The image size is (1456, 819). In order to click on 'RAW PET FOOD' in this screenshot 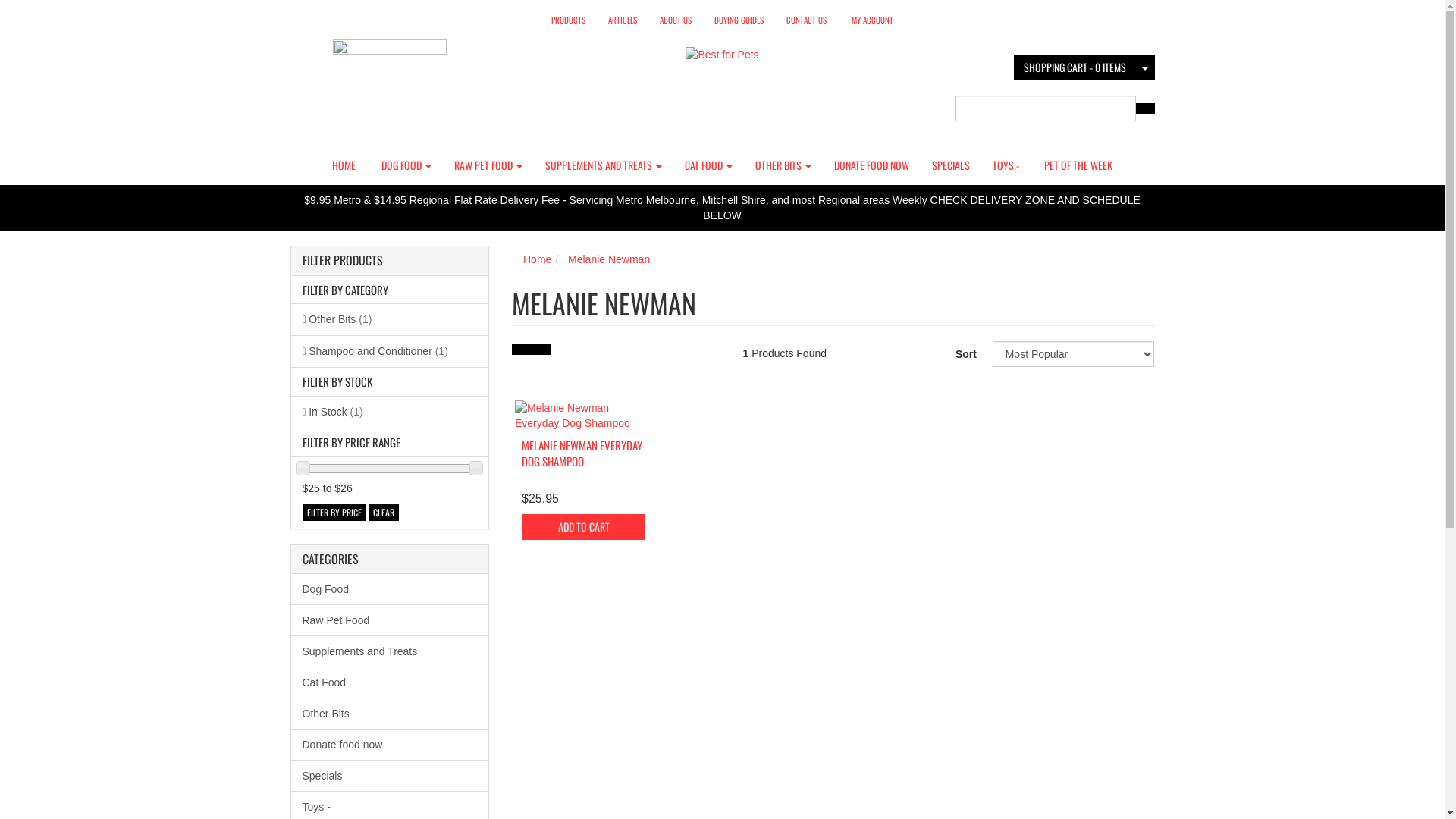, I will do `click(488, 165)`.